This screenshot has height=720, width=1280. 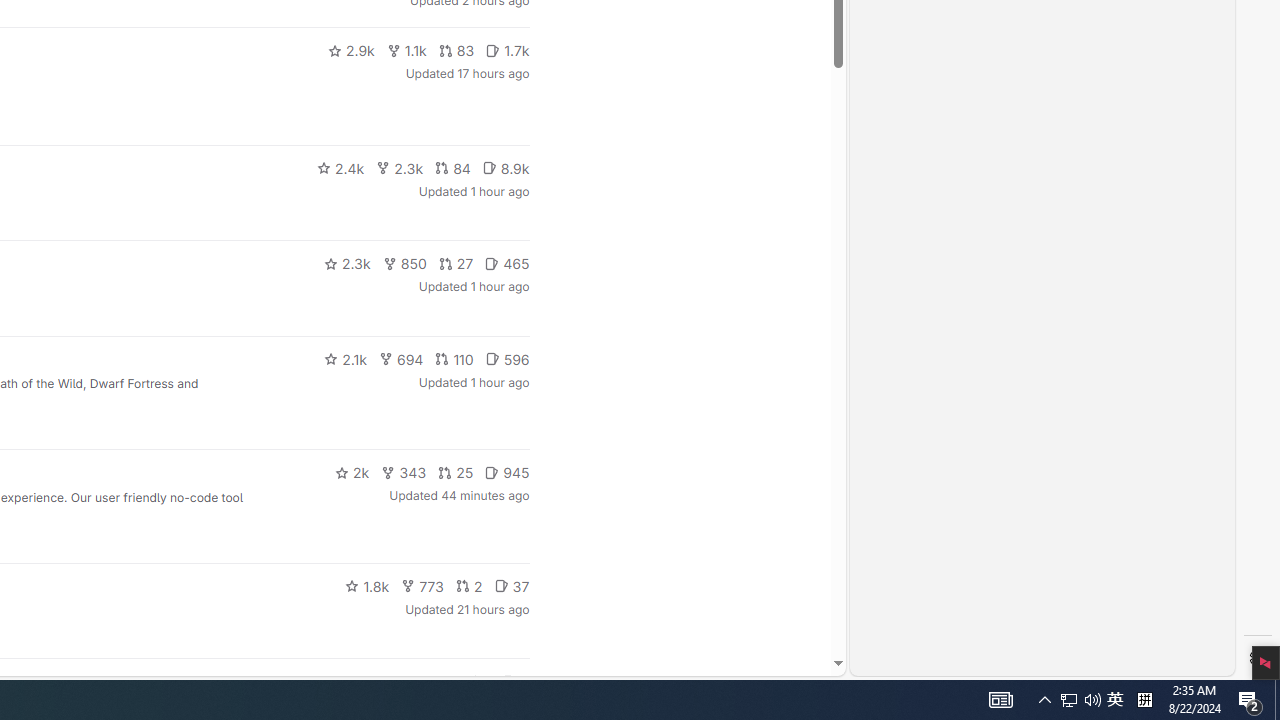 What do you see at coordinates (453, 357) in the screenshot?
I see `'110'` at bounding box center [453, 357].